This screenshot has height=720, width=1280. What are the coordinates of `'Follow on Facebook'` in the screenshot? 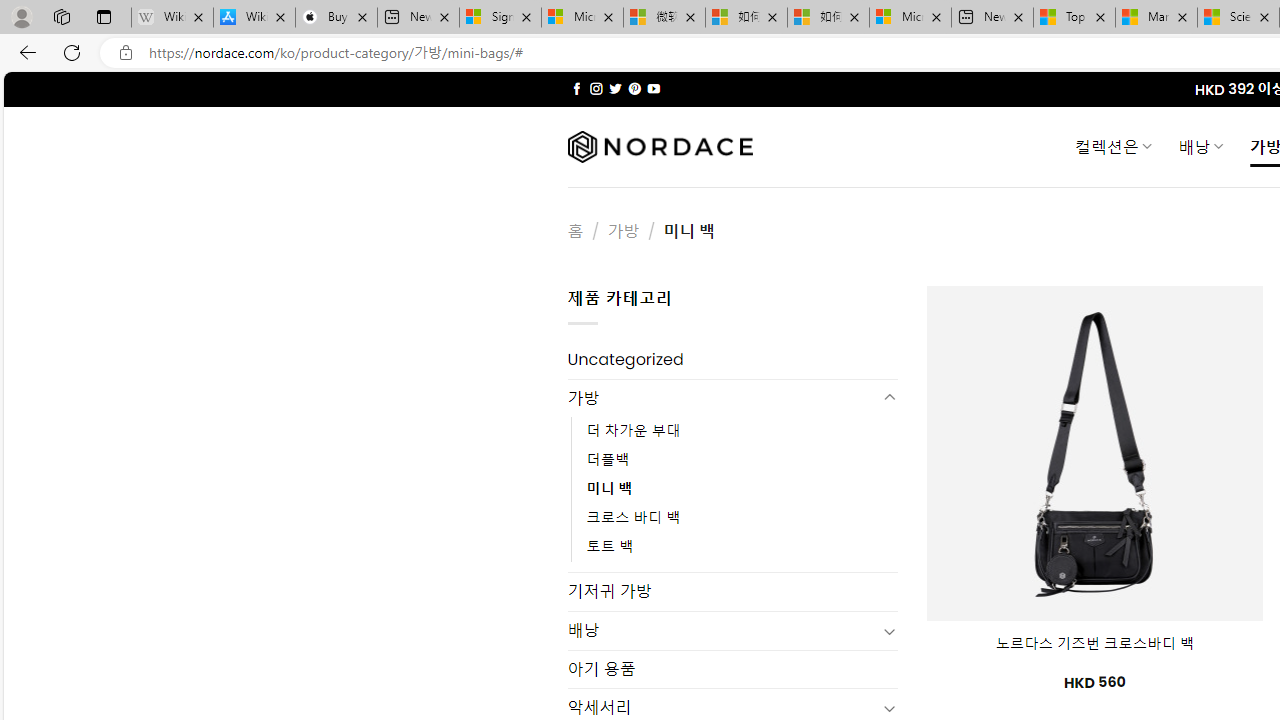 It's located at (576, 88).